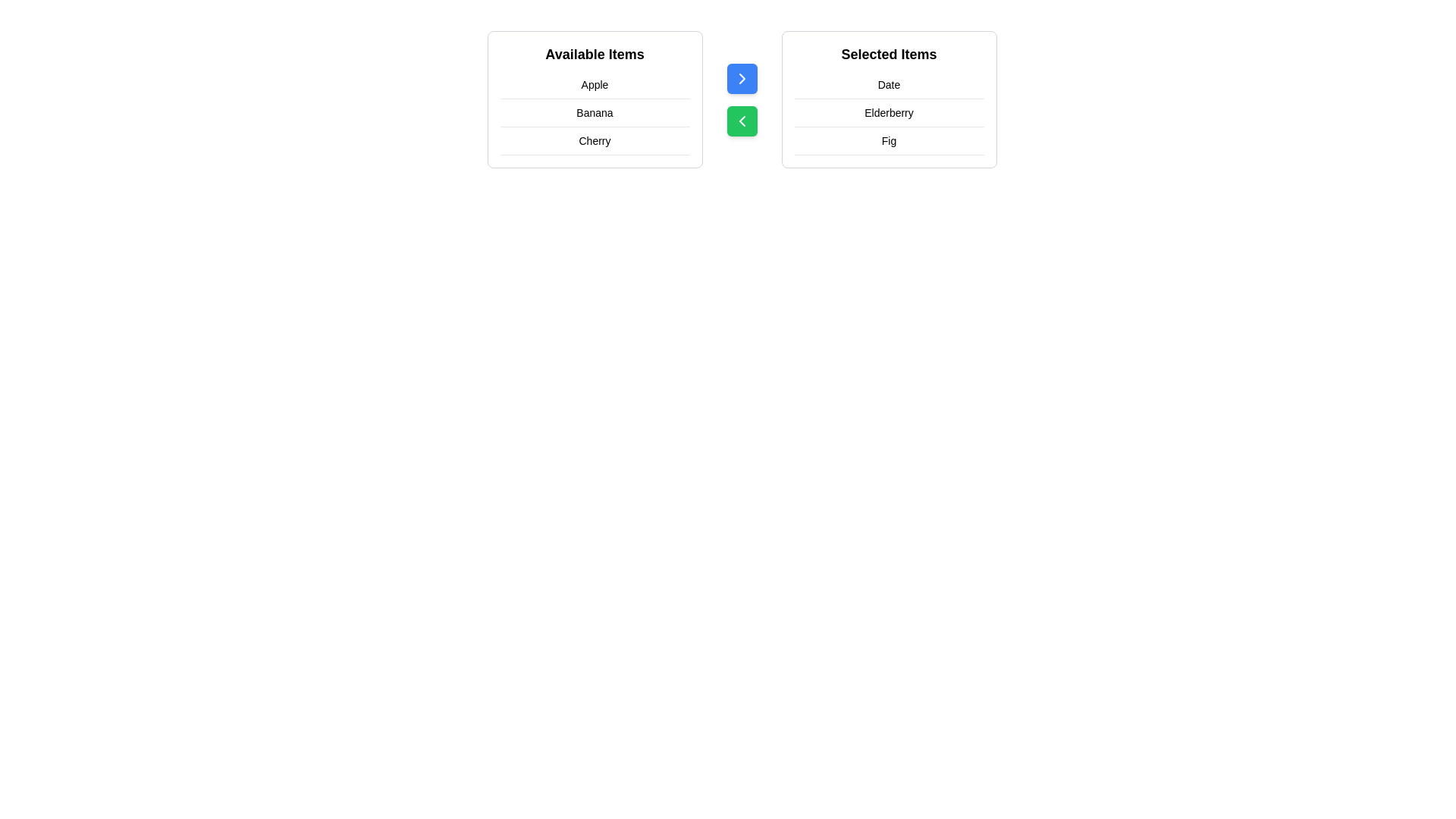  I want to click on the first text label in the 'Selected Items' panel, which is labeled 'Date', so click(889, 85).